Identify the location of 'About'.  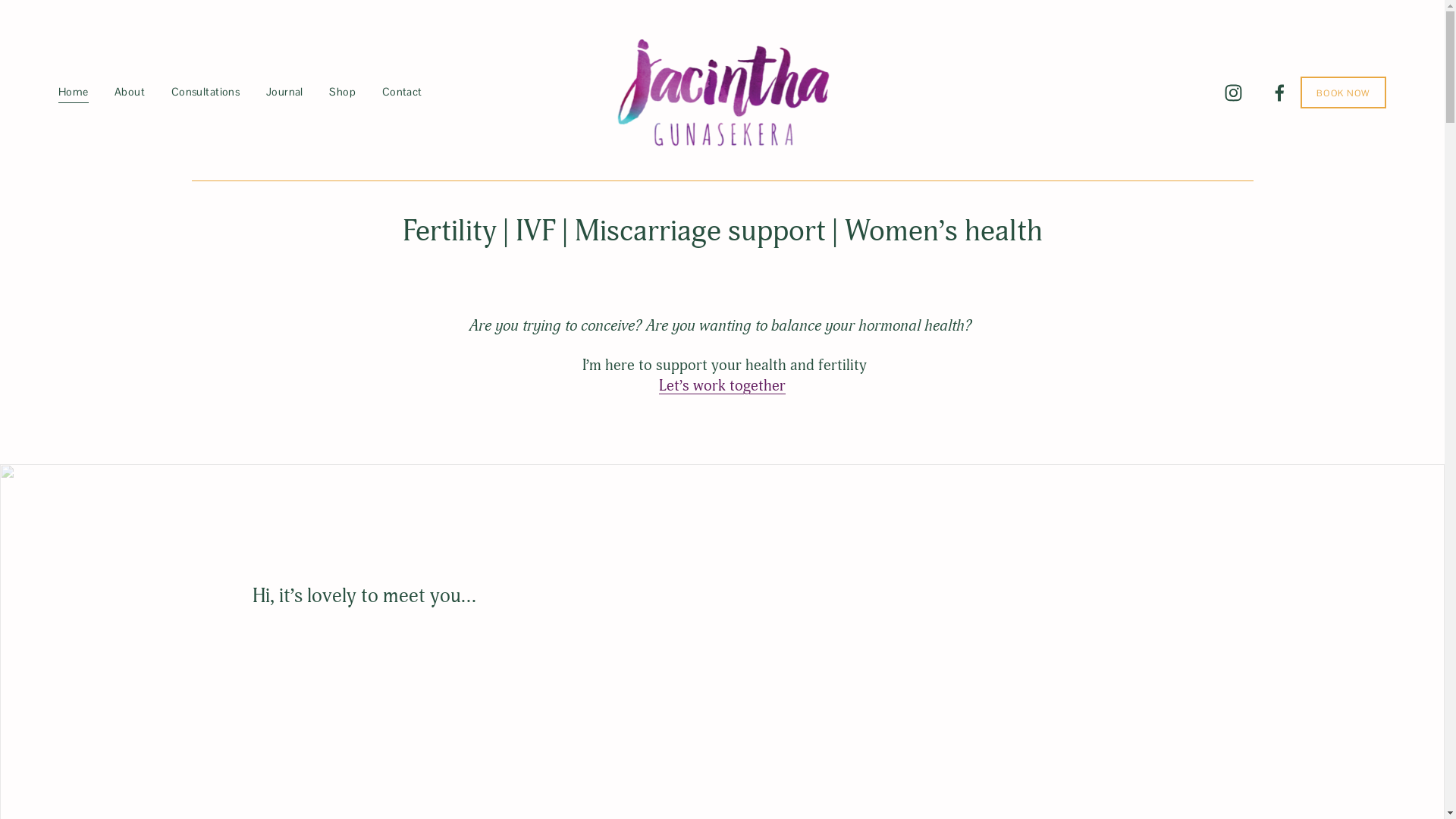
(130, 93).